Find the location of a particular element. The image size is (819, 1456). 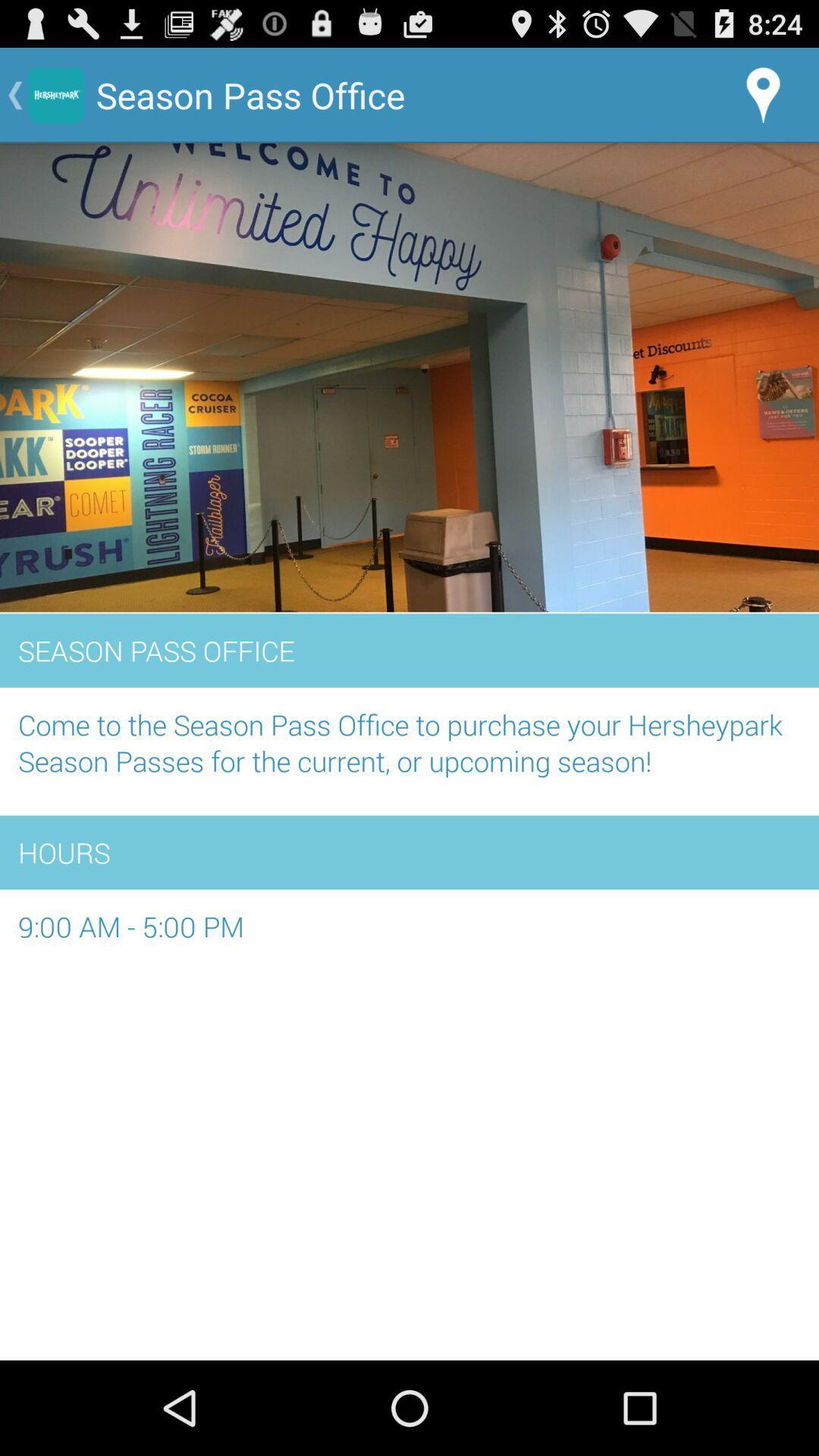

the hours is located at coordinates (409, 852).